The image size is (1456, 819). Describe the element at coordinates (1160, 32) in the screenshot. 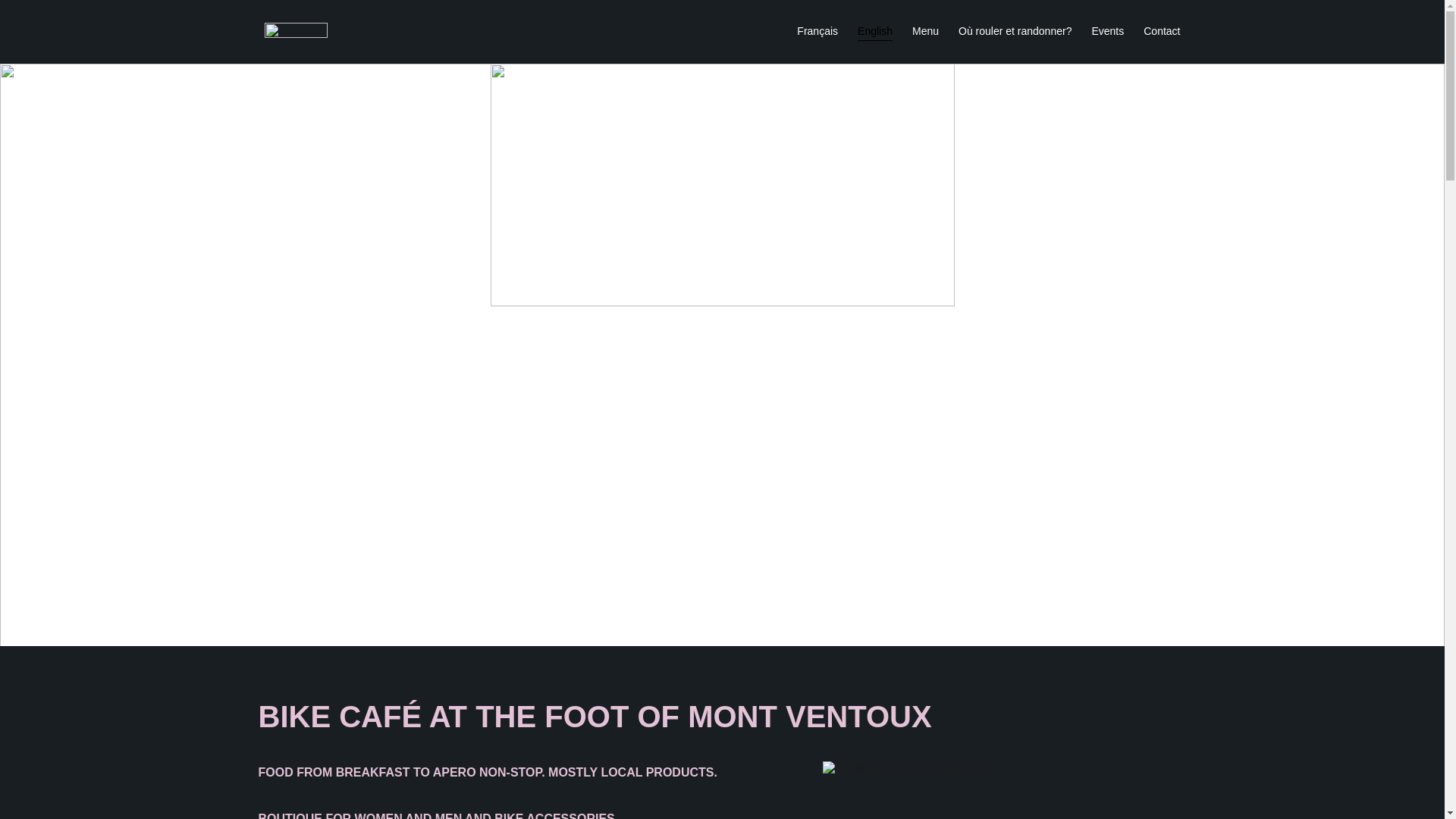

I see `'Contact'` at that location.